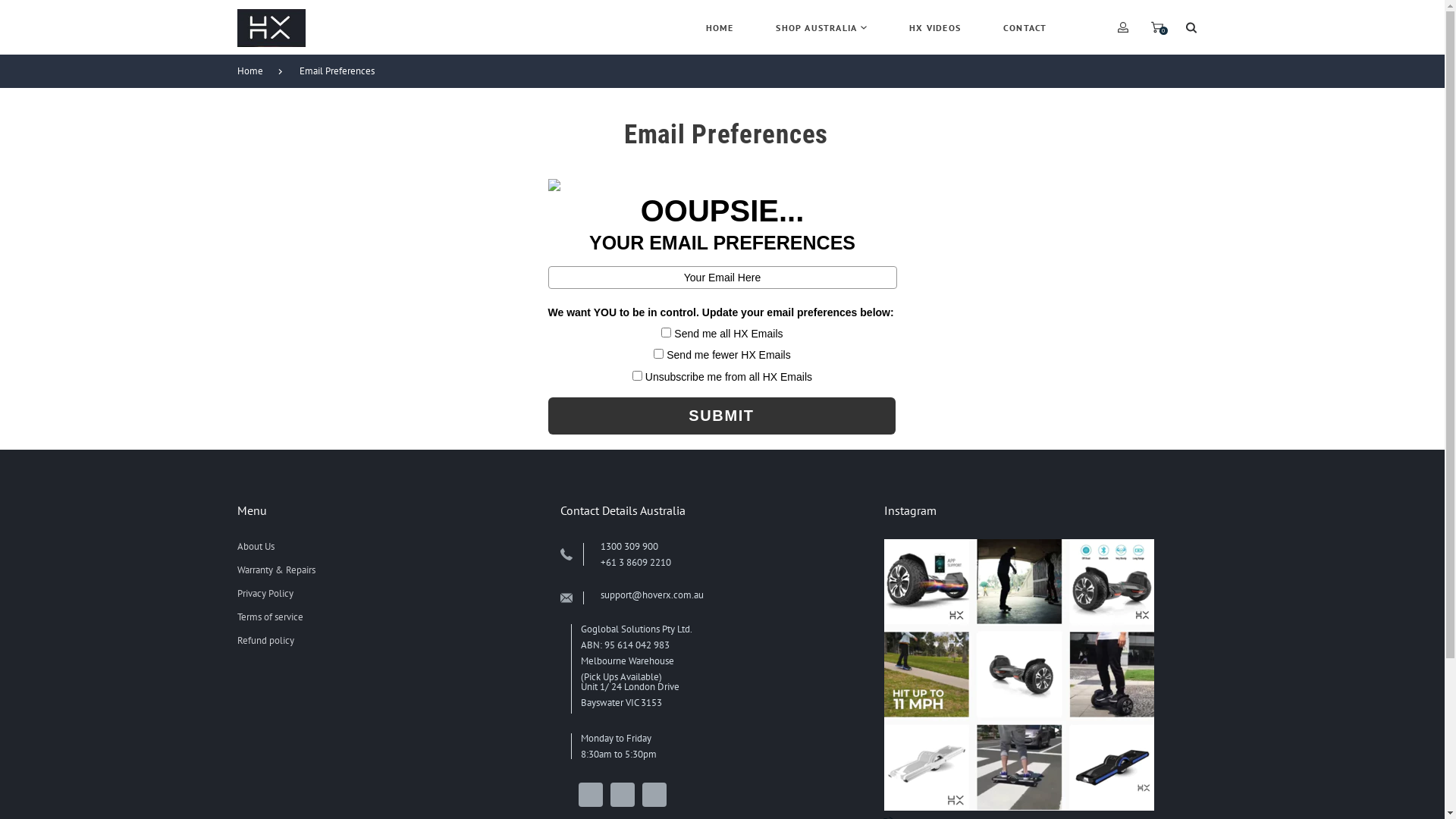 The height and width of the screenshot is (819, 1456). What do you see at coordinates (257, 71) in the screenshot?
I see `'Home'` at bounding box center [257, 71].